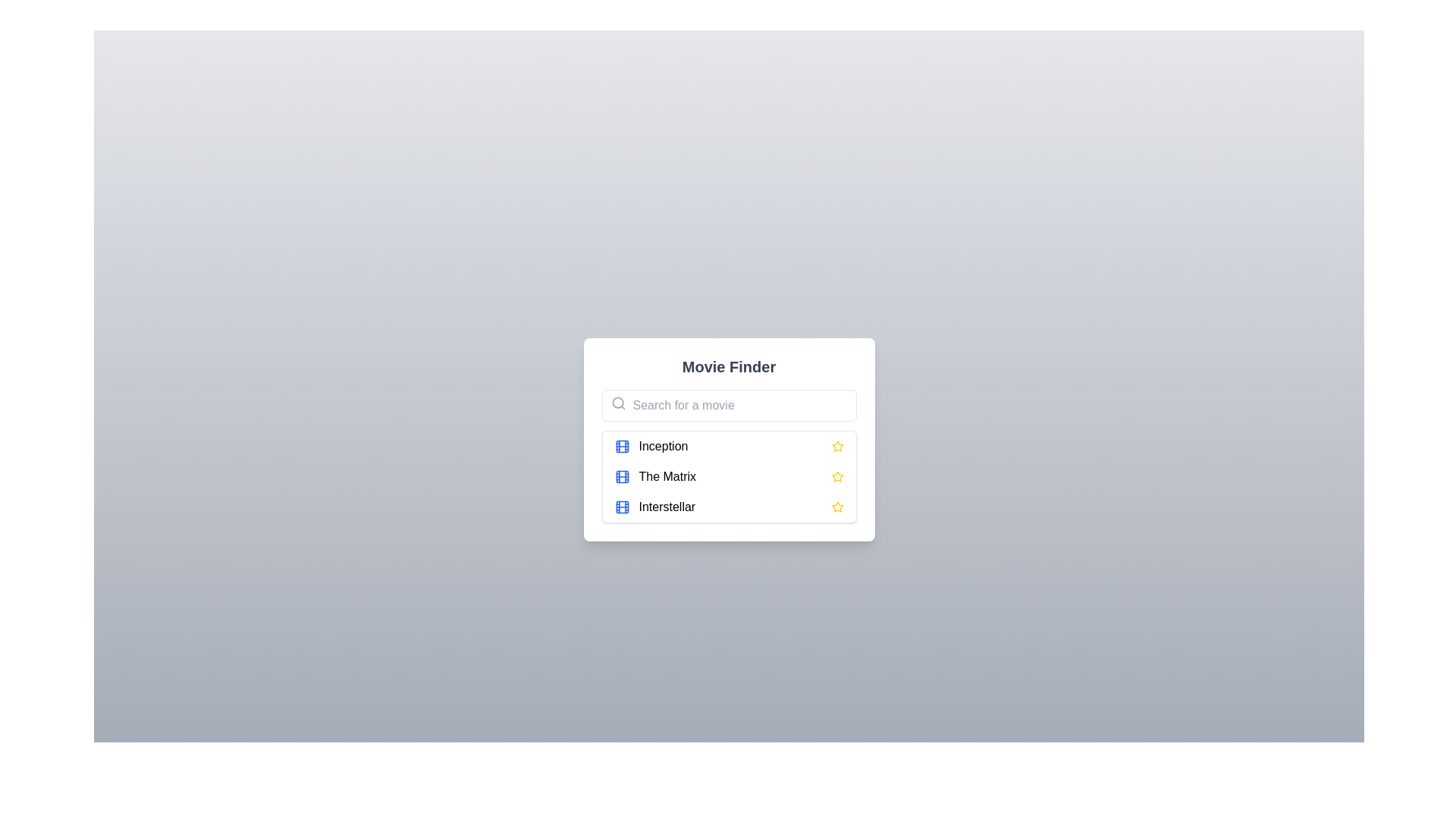  What do you see at coordinates (622, 475) in the screenshot?
I see `the blue film reel icon with rounded edges, which is positioned to the immediate left of the text label 'The Matrix' in the search results` at bounding box center [622, 475].